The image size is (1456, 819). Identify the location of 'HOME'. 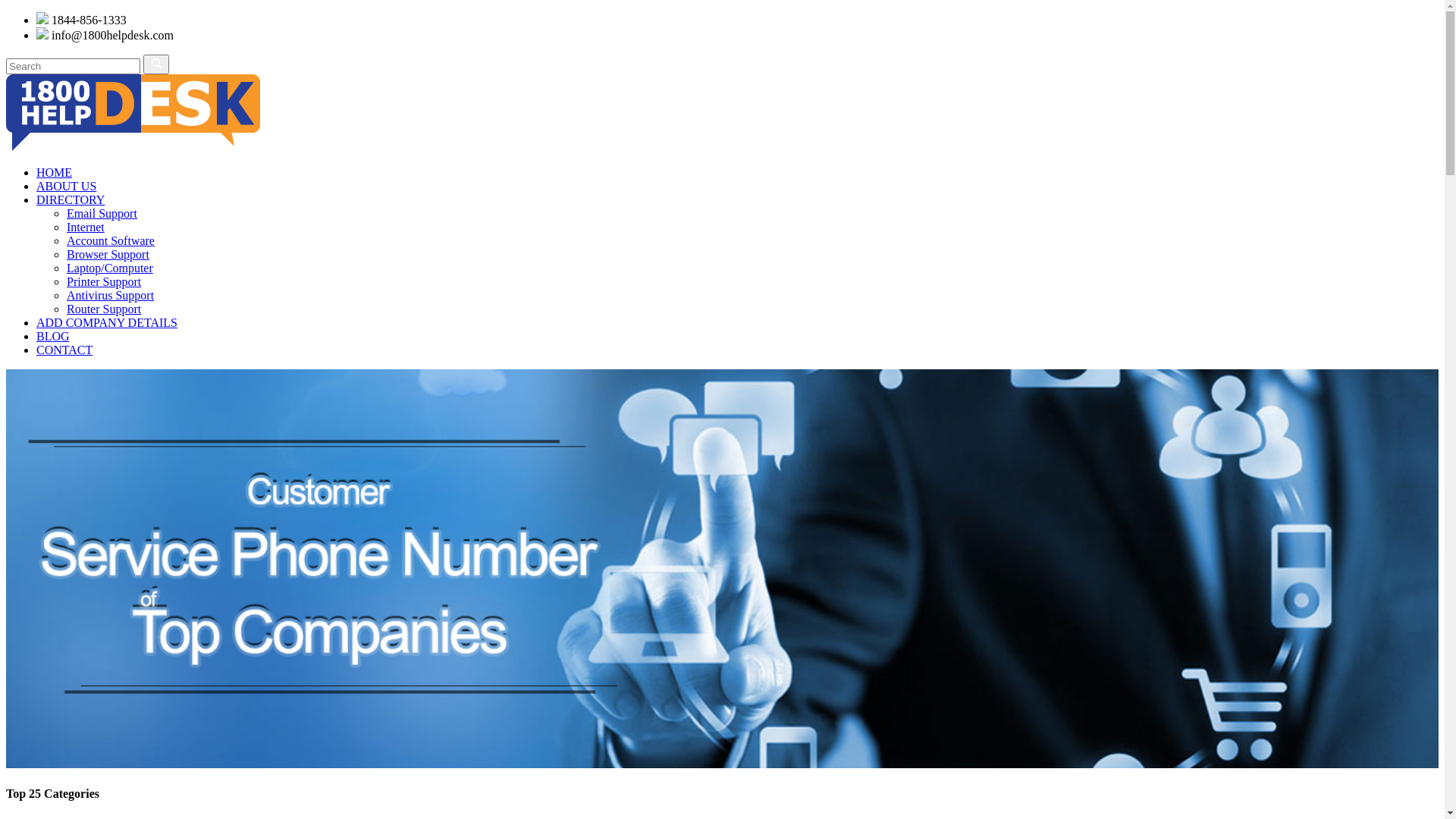
(54, 171).